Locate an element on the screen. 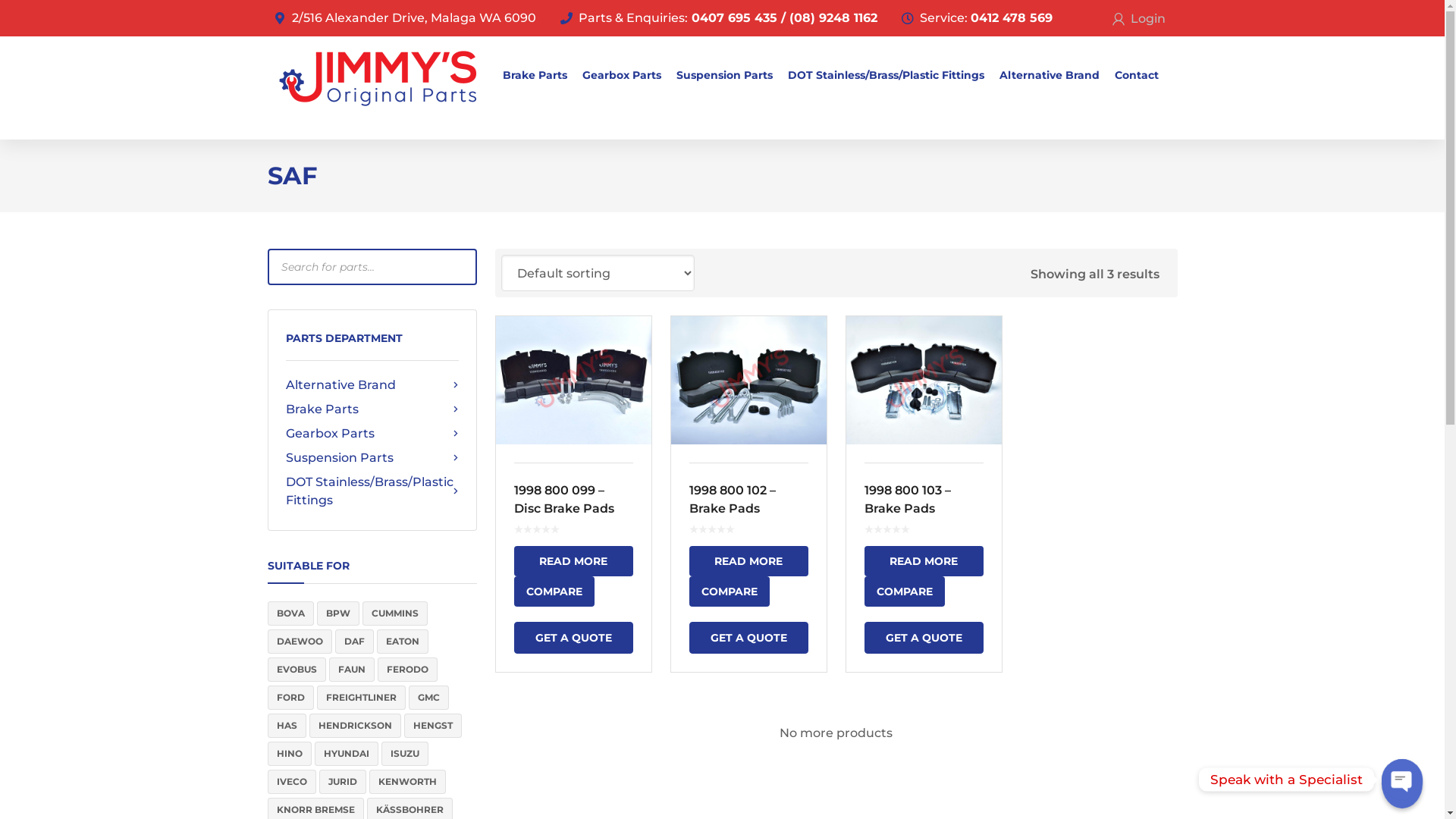  'IVECO' is located at coordinates (291, 781).